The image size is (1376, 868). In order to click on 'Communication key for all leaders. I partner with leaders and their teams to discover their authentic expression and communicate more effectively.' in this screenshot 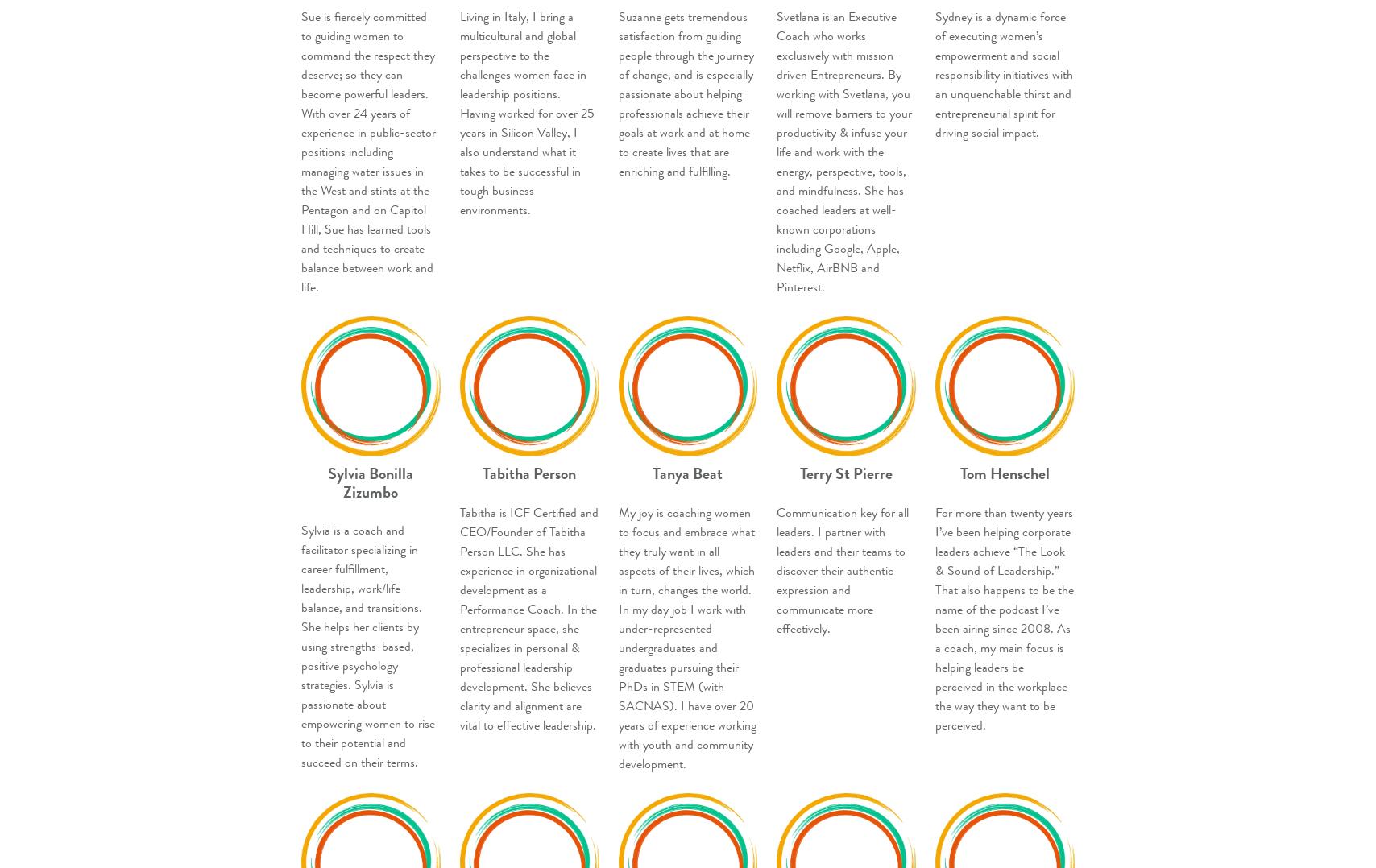, I will do `click(842, 569)`.